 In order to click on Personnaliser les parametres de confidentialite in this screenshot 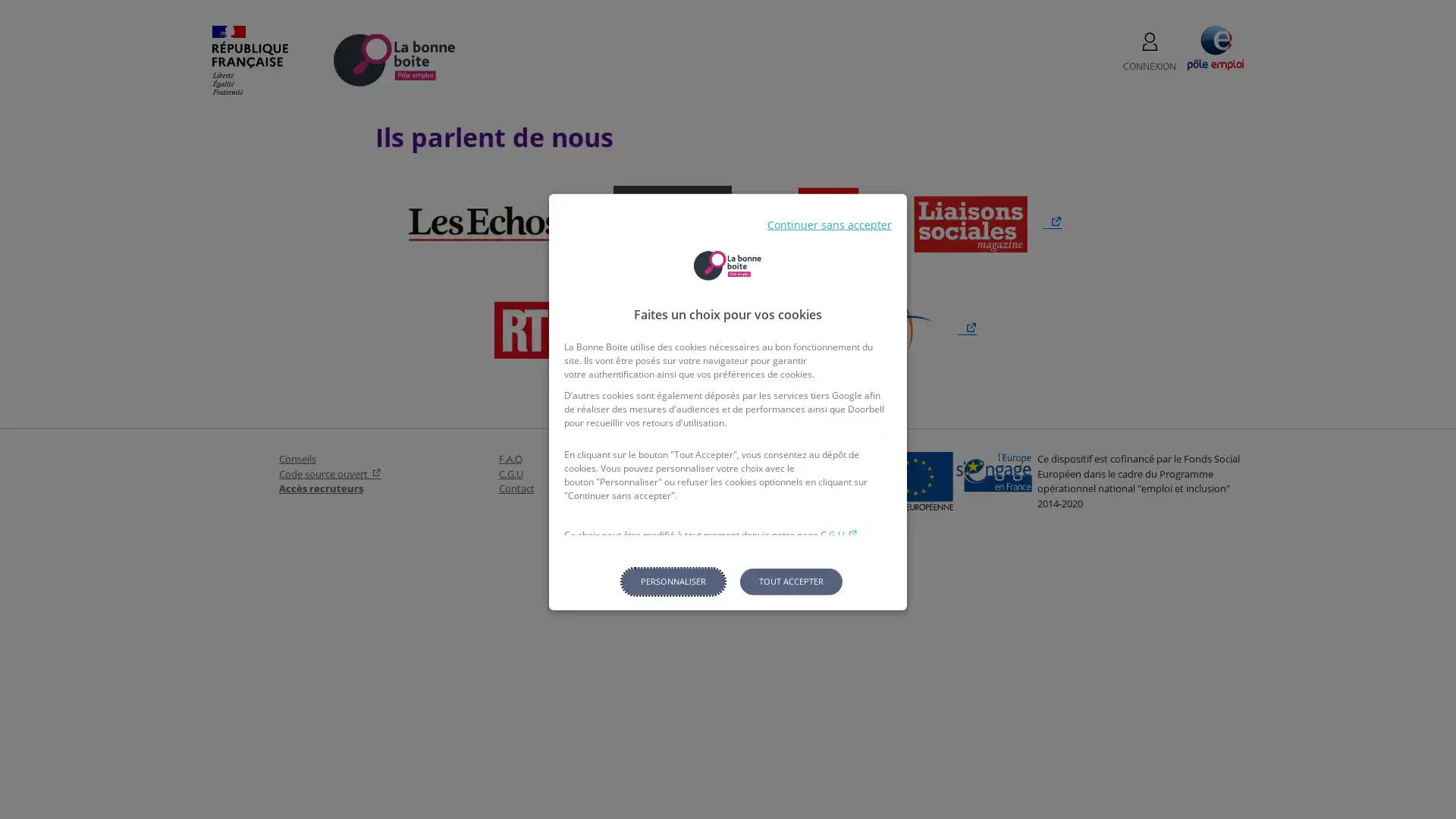, I will do `click(672, 580)`.